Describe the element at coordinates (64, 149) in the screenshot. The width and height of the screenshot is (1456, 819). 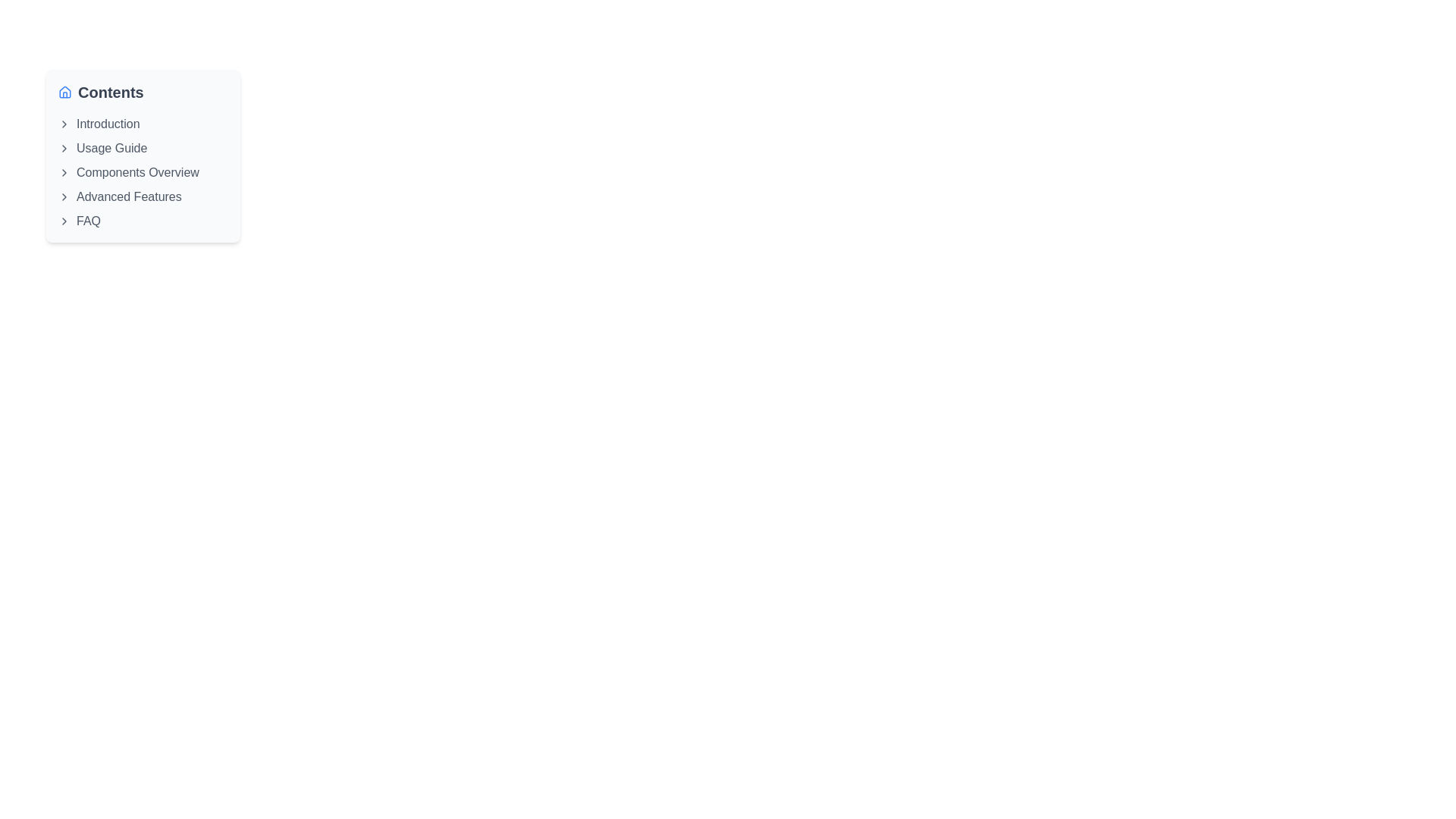
I see `the chevron icon located to the left of the 'Usage Guide' text in the sidebar menu titled 'Contents'` at that location.